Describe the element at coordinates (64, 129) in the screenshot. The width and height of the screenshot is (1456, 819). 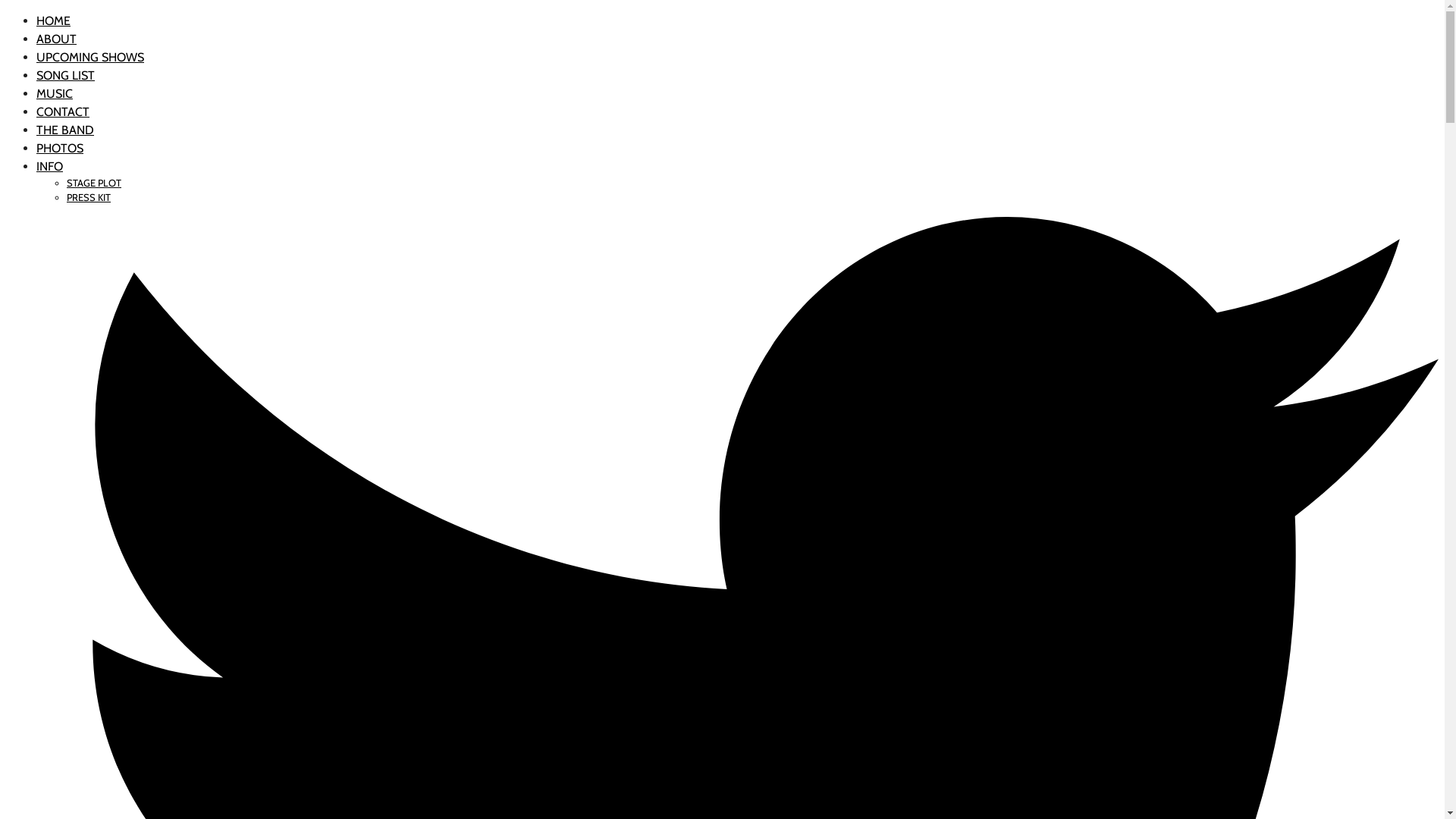
I see `'THE BAND'` at that location.